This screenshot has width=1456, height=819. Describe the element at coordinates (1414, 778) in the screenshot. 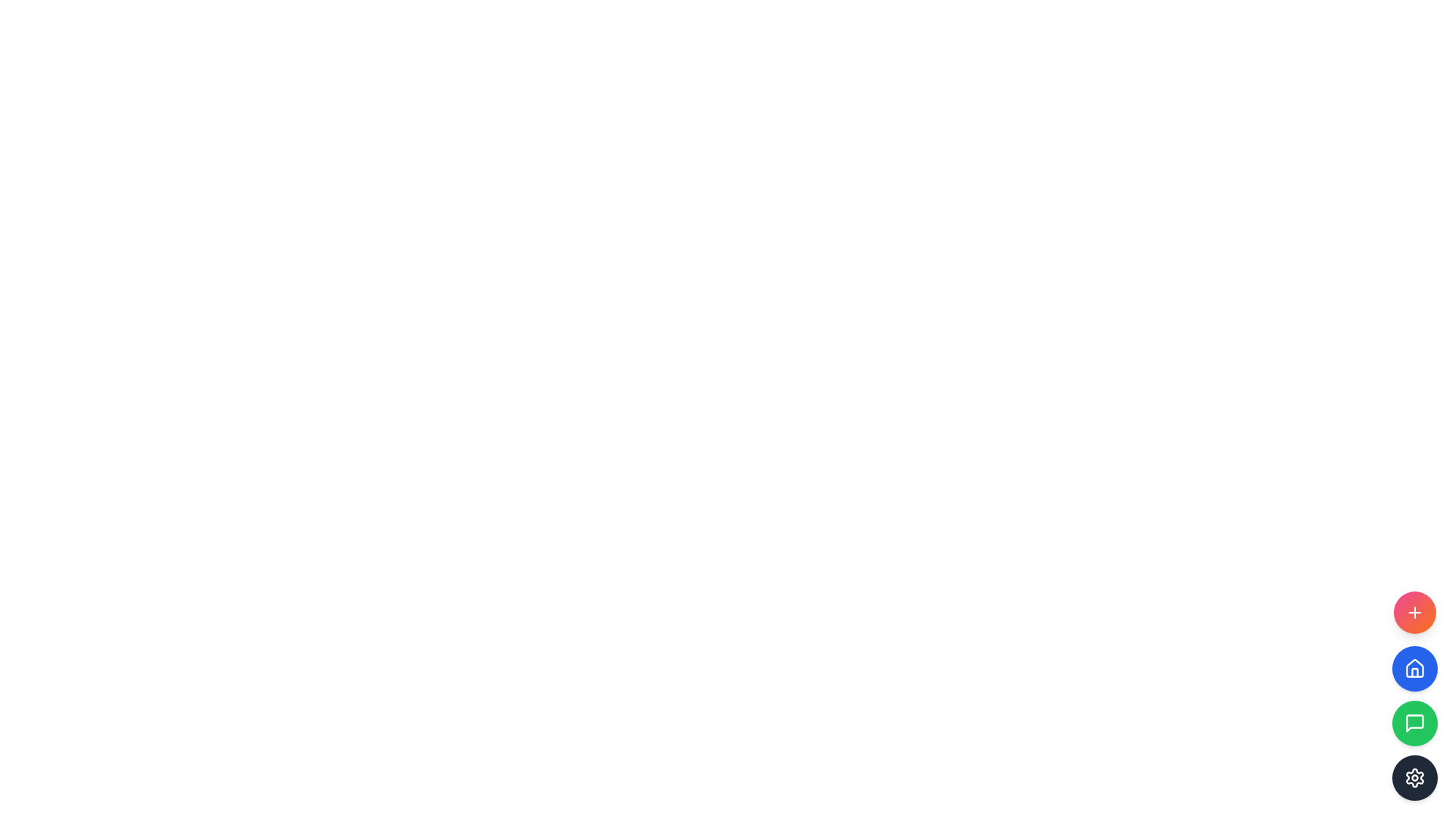

I see `the circular button with a dark background and a white gear icon` at that location.